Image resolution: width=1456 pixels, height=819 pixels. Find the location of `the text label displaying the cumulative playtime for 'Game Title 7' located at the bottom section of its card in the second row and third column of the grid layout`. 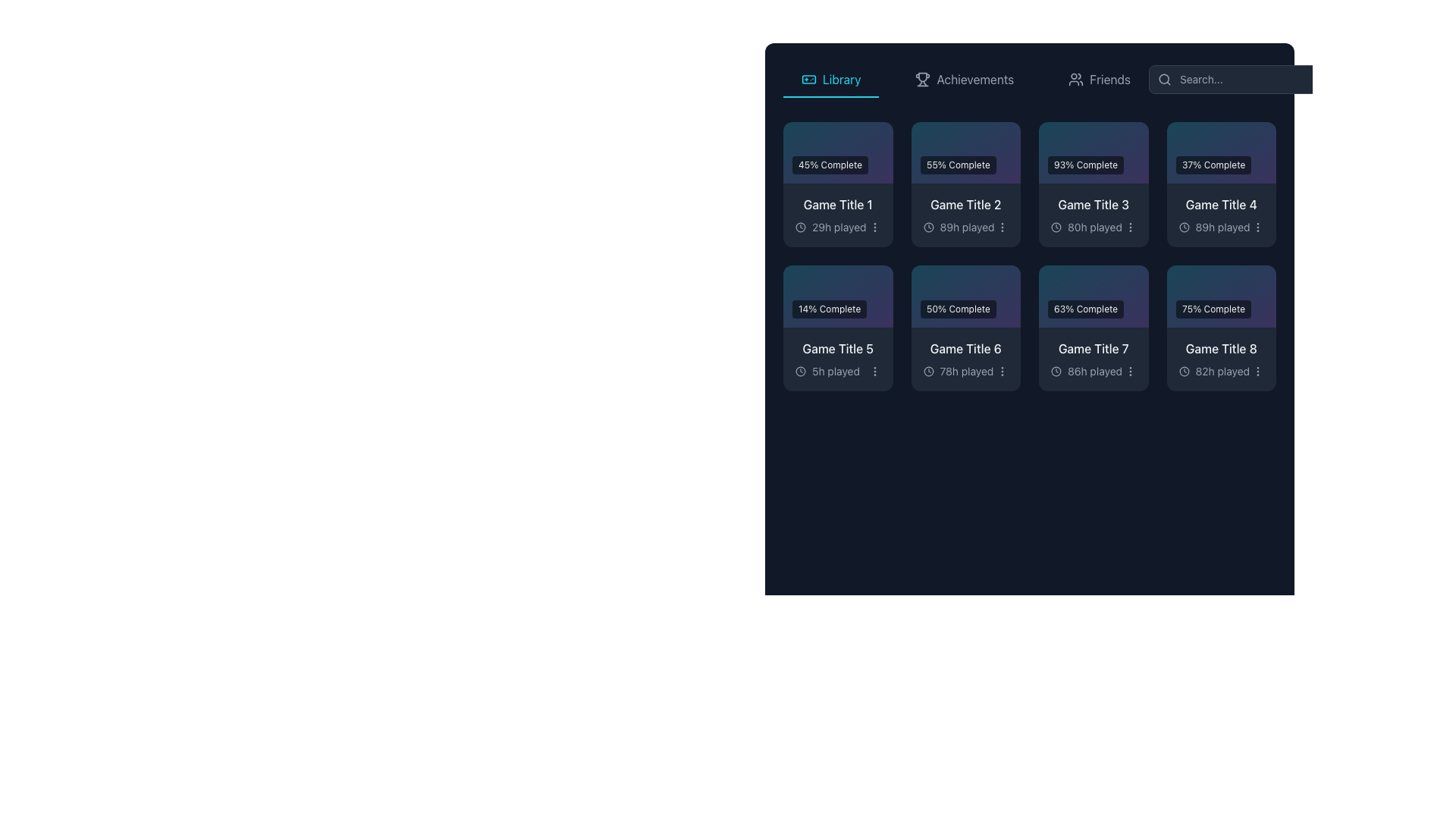

the text label displaying the cumulative playtime for 'Game Title 7' located at the bottom section of its card in the second row and third column of the grid layout is located at coordinates (1086, 371).